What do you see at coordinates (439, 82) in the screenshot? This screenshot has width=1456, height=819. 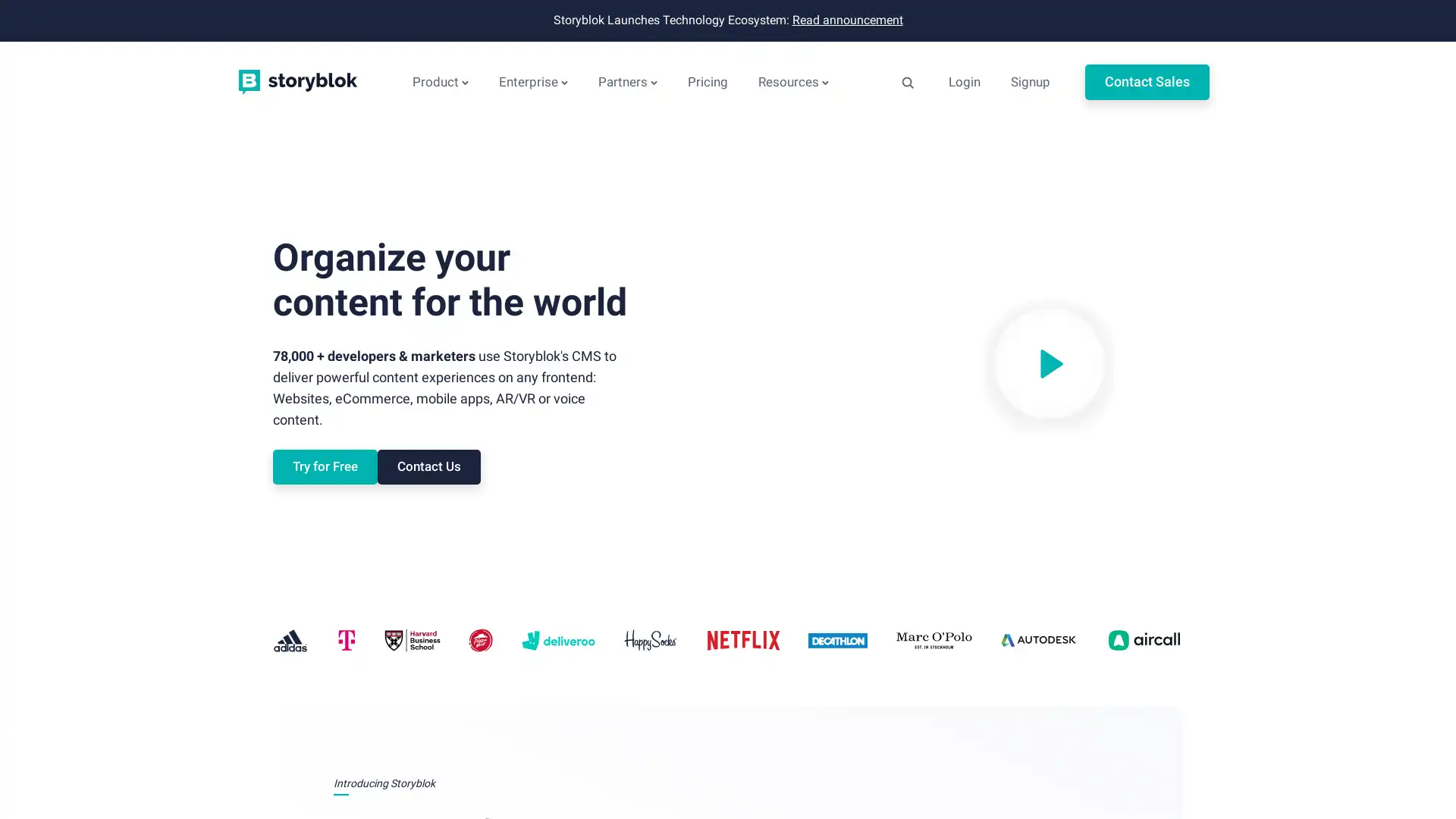 I see `Product` at bounding box center [439, 82].